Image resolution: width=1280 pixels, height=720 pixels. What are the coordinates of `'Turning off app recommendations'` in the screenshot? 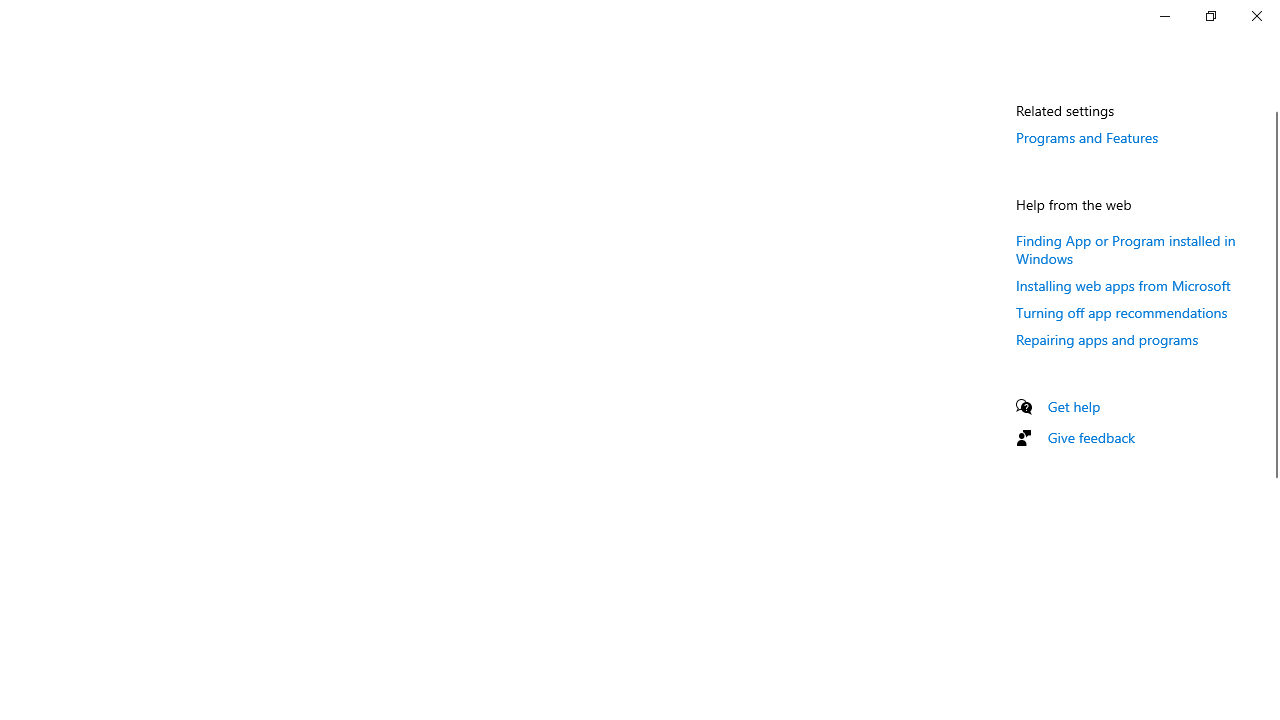 It's located at (1121, 312).